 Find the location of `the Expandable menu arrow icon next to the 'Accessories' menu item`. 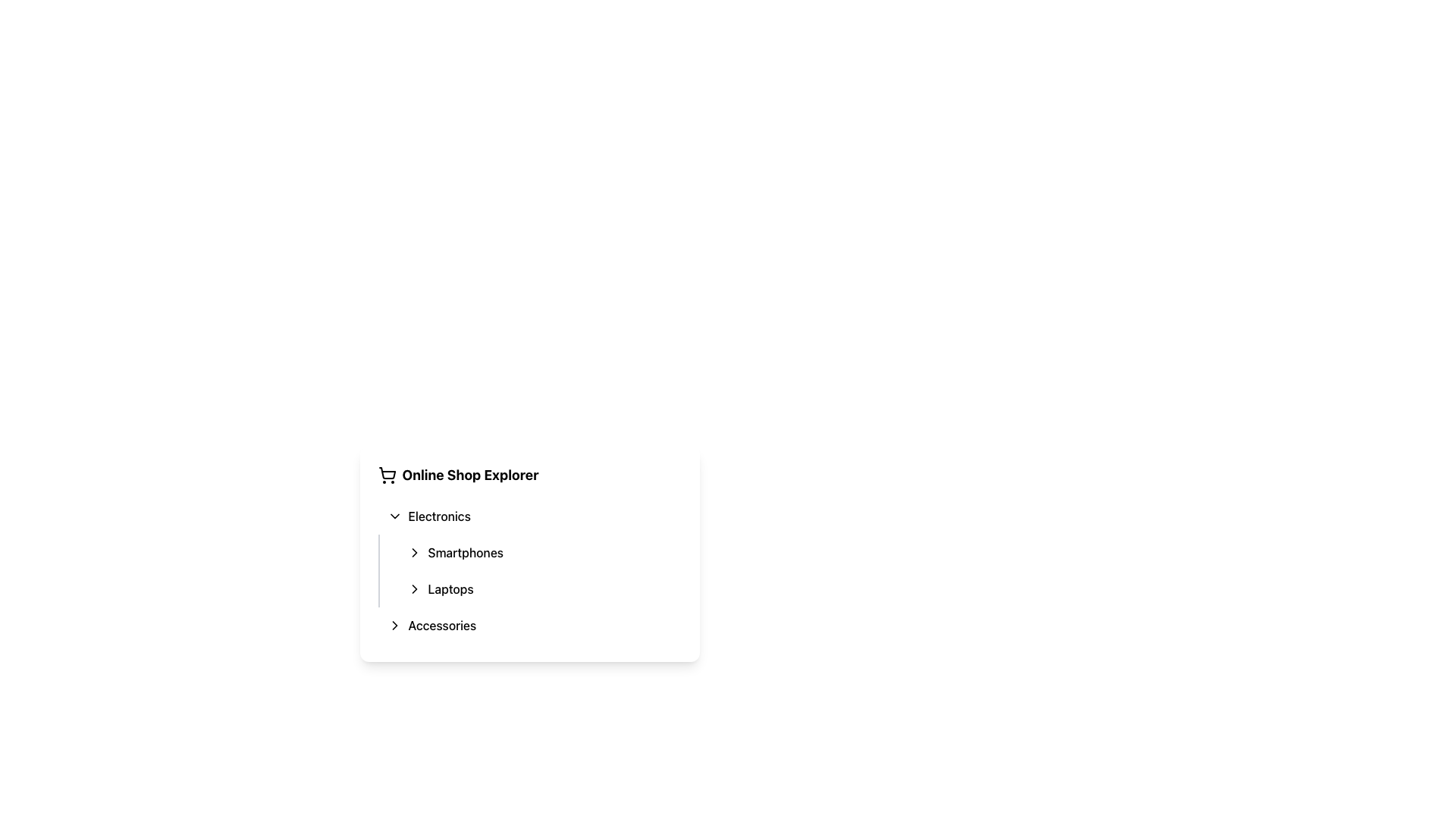

the Expandable menu arrow icon next to the 'Accessories' menu item is located at coordinates (394, 626).